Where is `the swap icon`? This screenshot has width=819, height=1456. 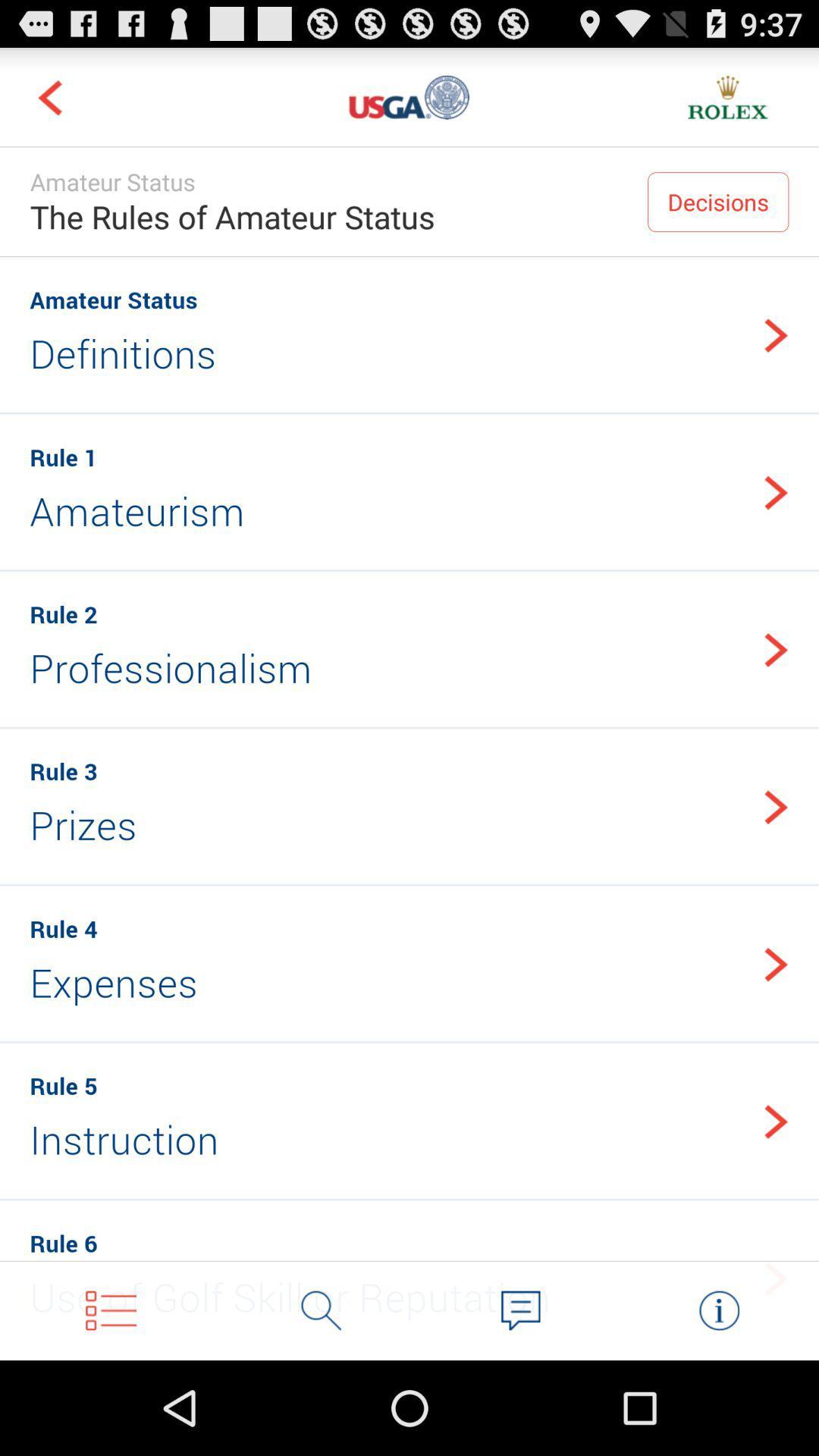 the swap icon is located at coordinates (718, 1401).